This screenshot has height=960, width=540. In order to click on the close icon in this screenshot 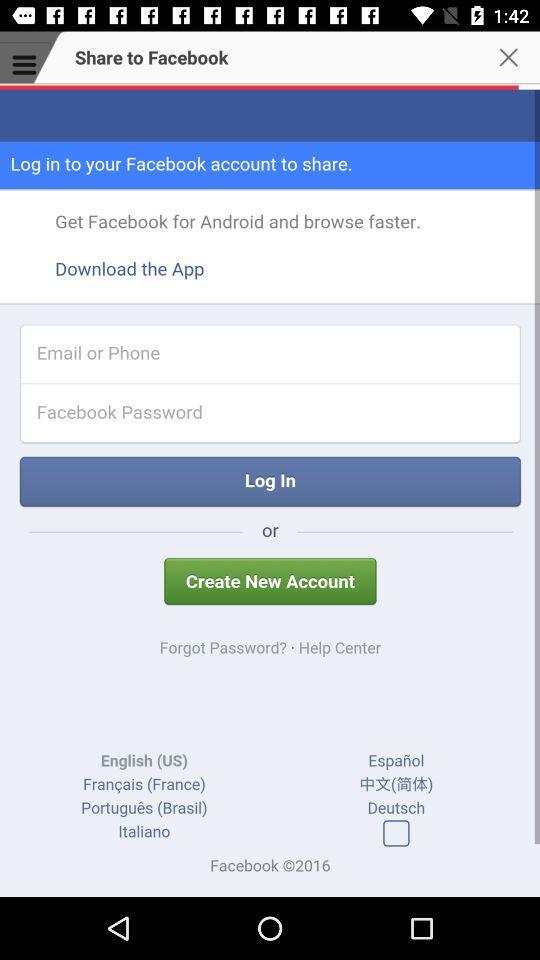, I will do `click(514, 65)`.